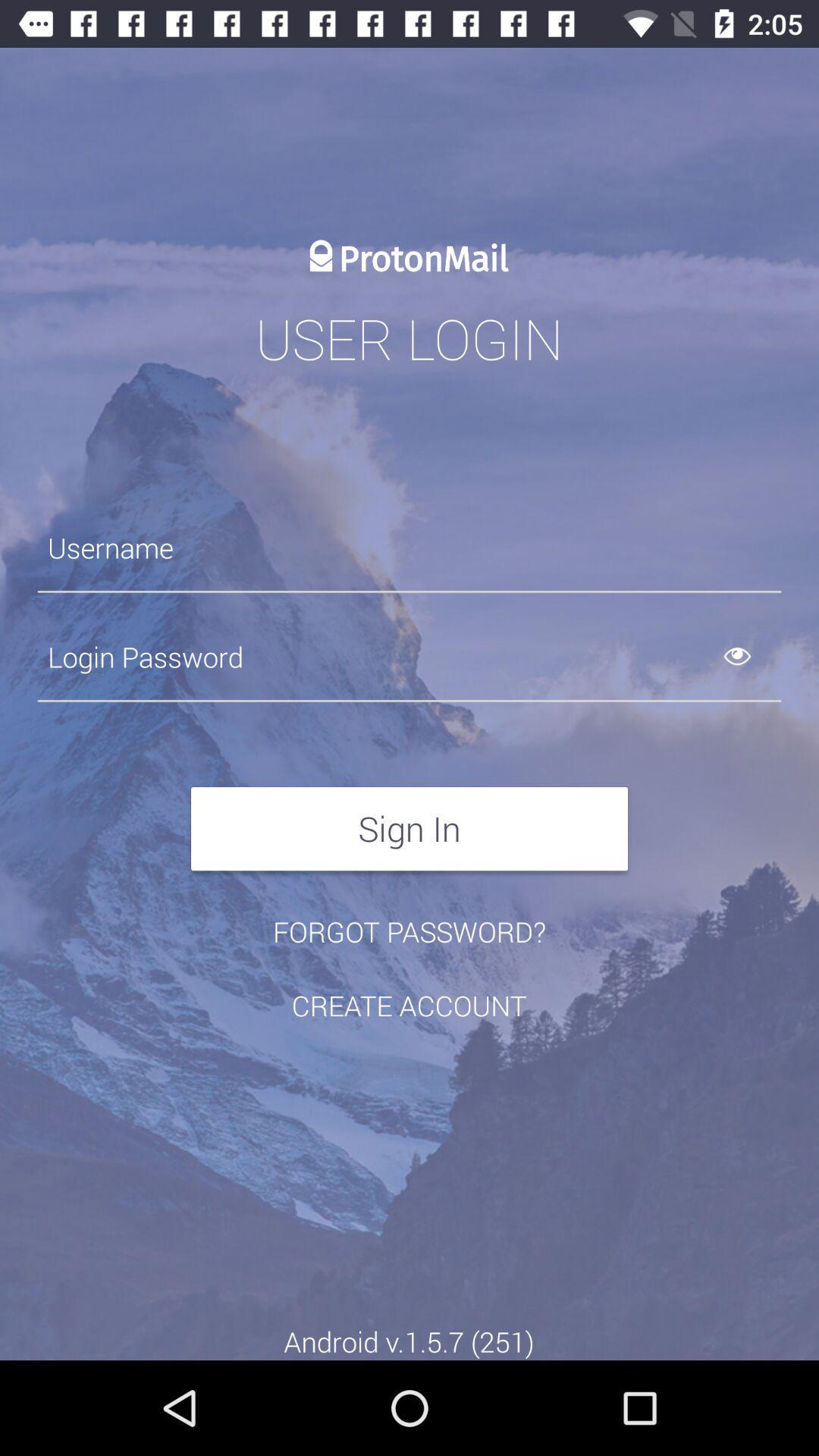 The height and width of the screenshot is (1456, 819). I want to click on icon above the forgot password? icon, so click(409, 828).